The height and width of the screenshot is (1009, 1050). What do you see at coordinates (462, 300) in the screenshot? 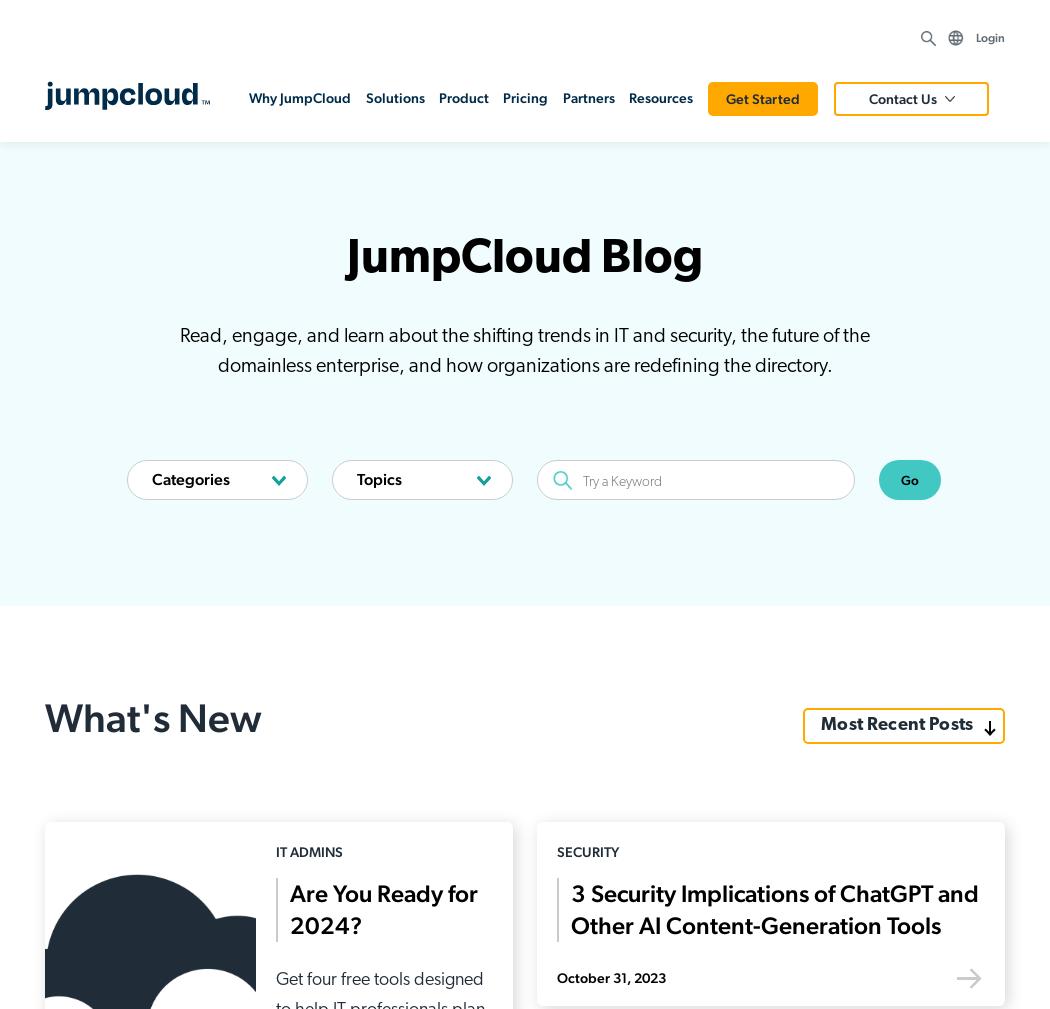
I see `'1'` at bounding box center [462, 300].